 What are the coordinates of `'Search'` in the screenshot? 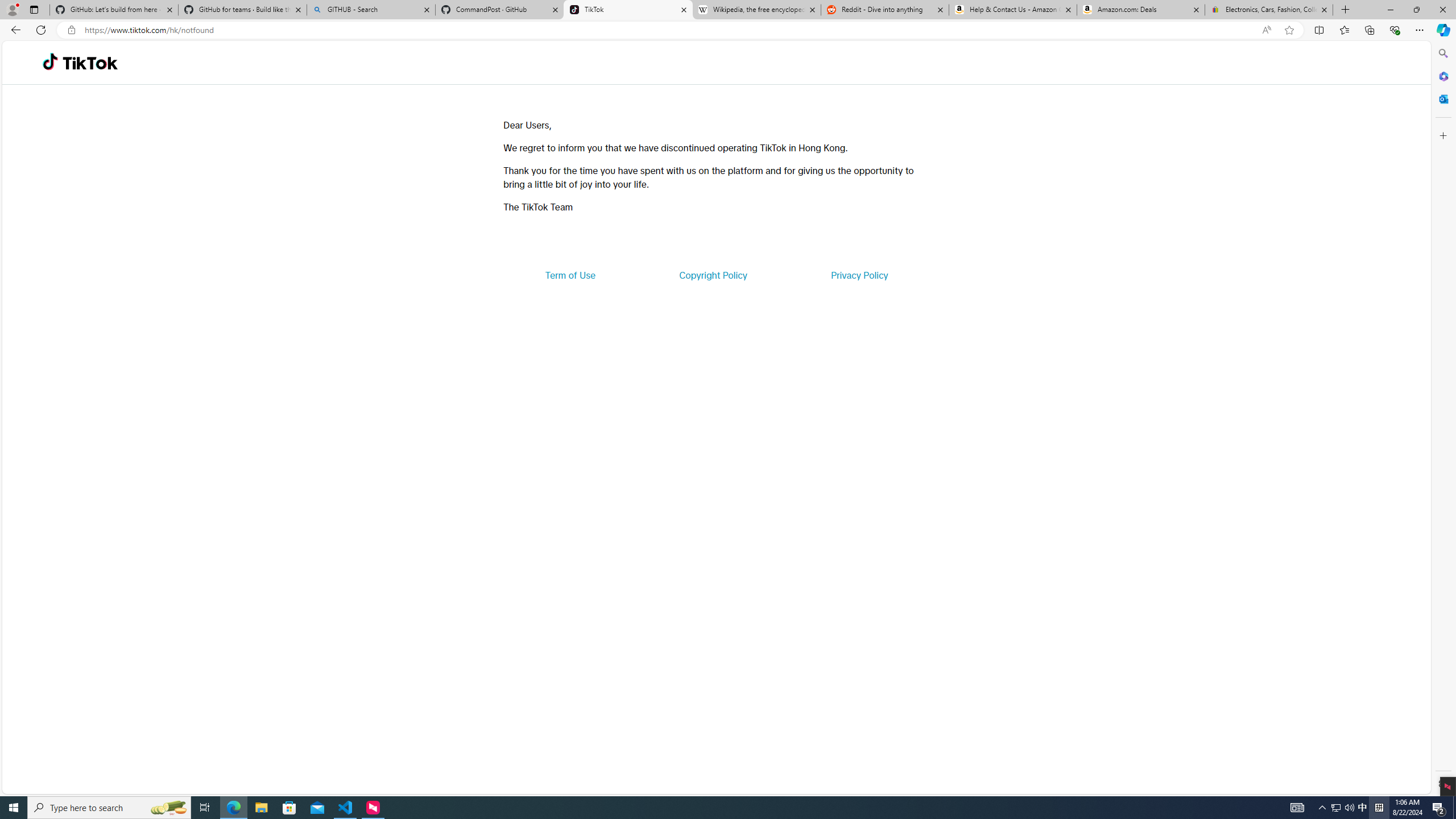 It's located at (1442, 53).